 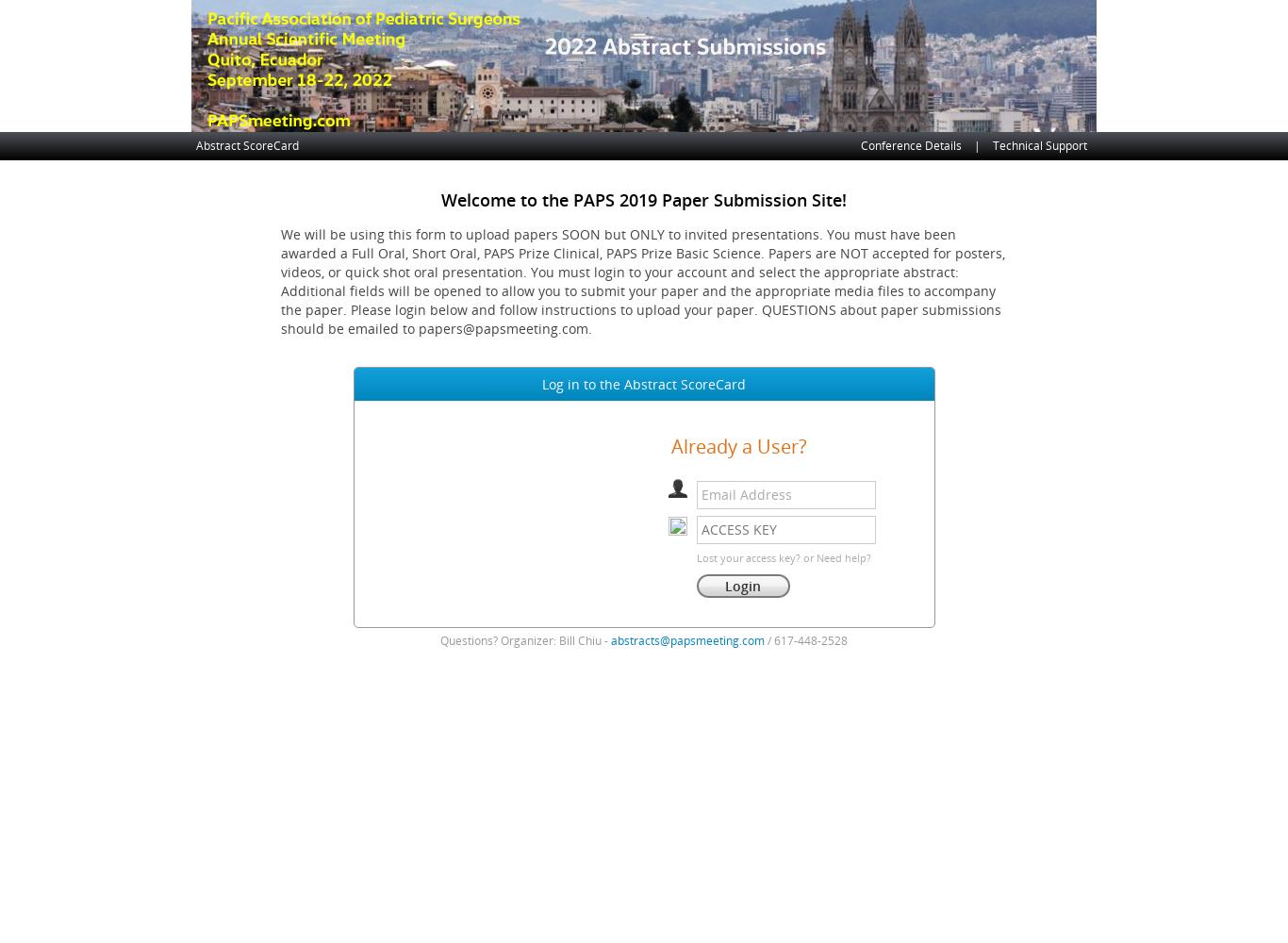 I want to click on 'Questions? 
			Organizer: Bill Chiu -', so click(x=525, y=640).